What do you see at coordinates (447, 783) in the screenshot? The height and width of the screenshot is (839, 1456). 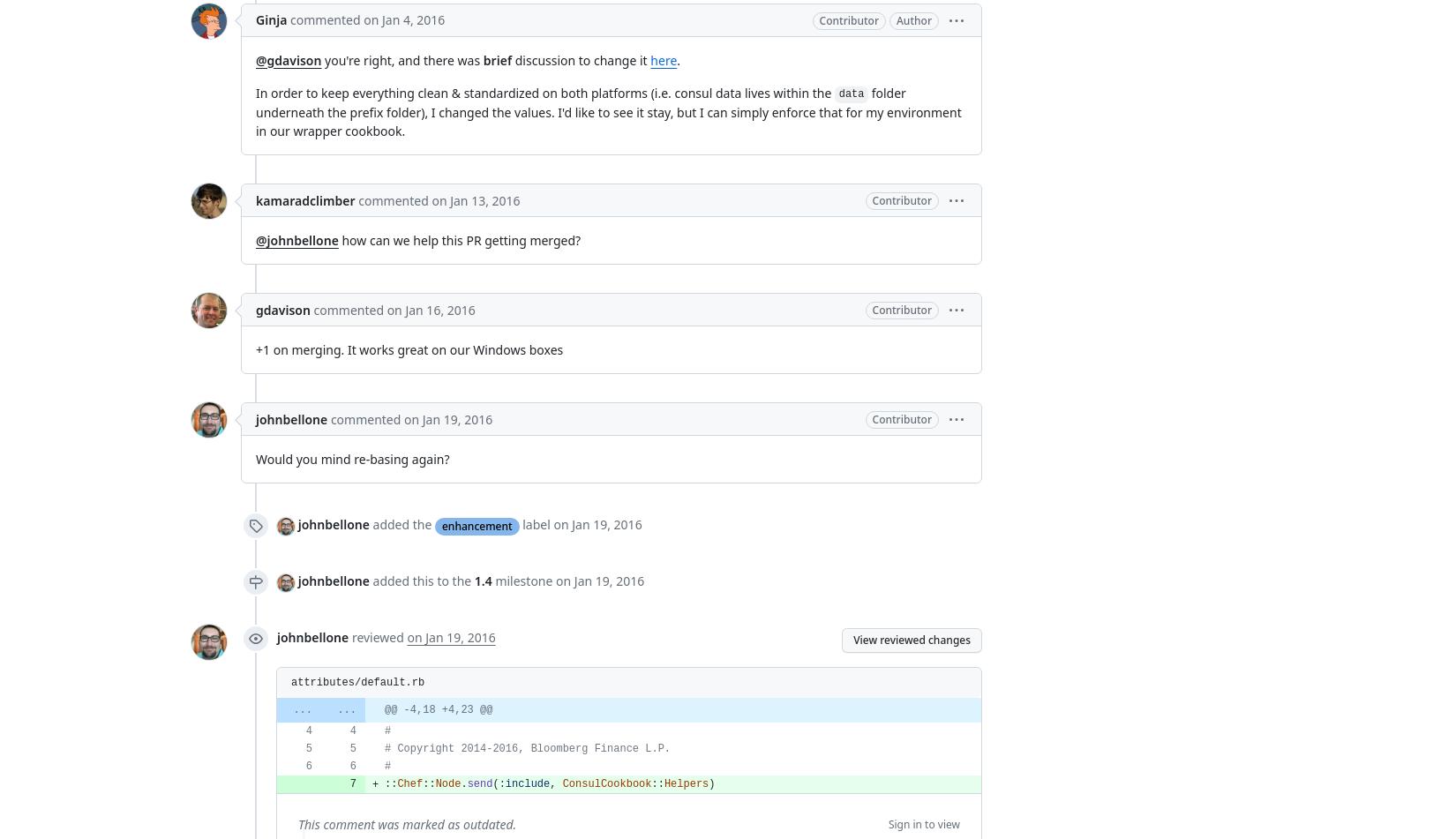 I see `'Node'` at bounding box center [447, 783].